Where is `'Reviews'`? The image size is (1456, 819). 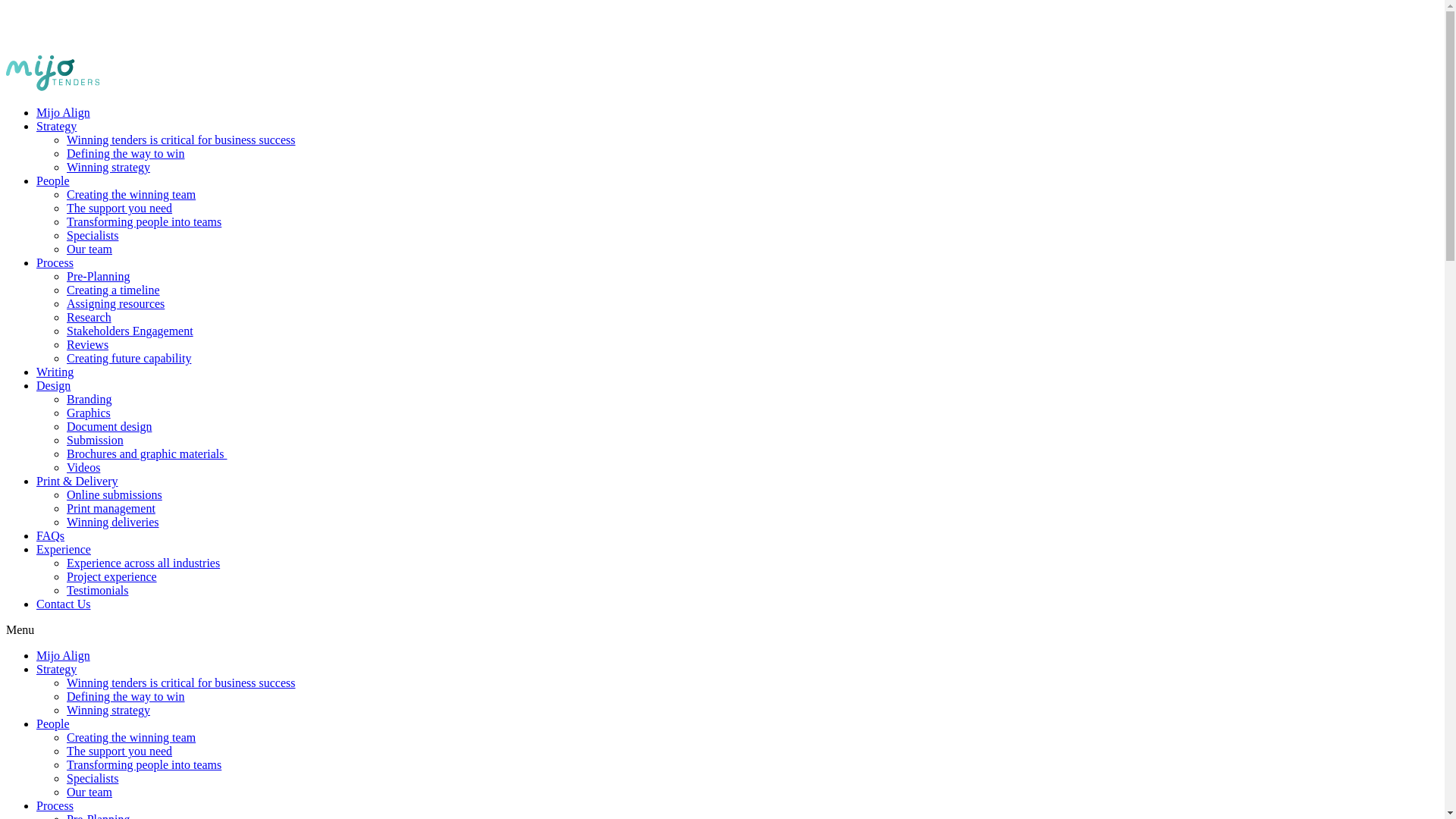
'Reviews' is located at coordinates (86, 344).